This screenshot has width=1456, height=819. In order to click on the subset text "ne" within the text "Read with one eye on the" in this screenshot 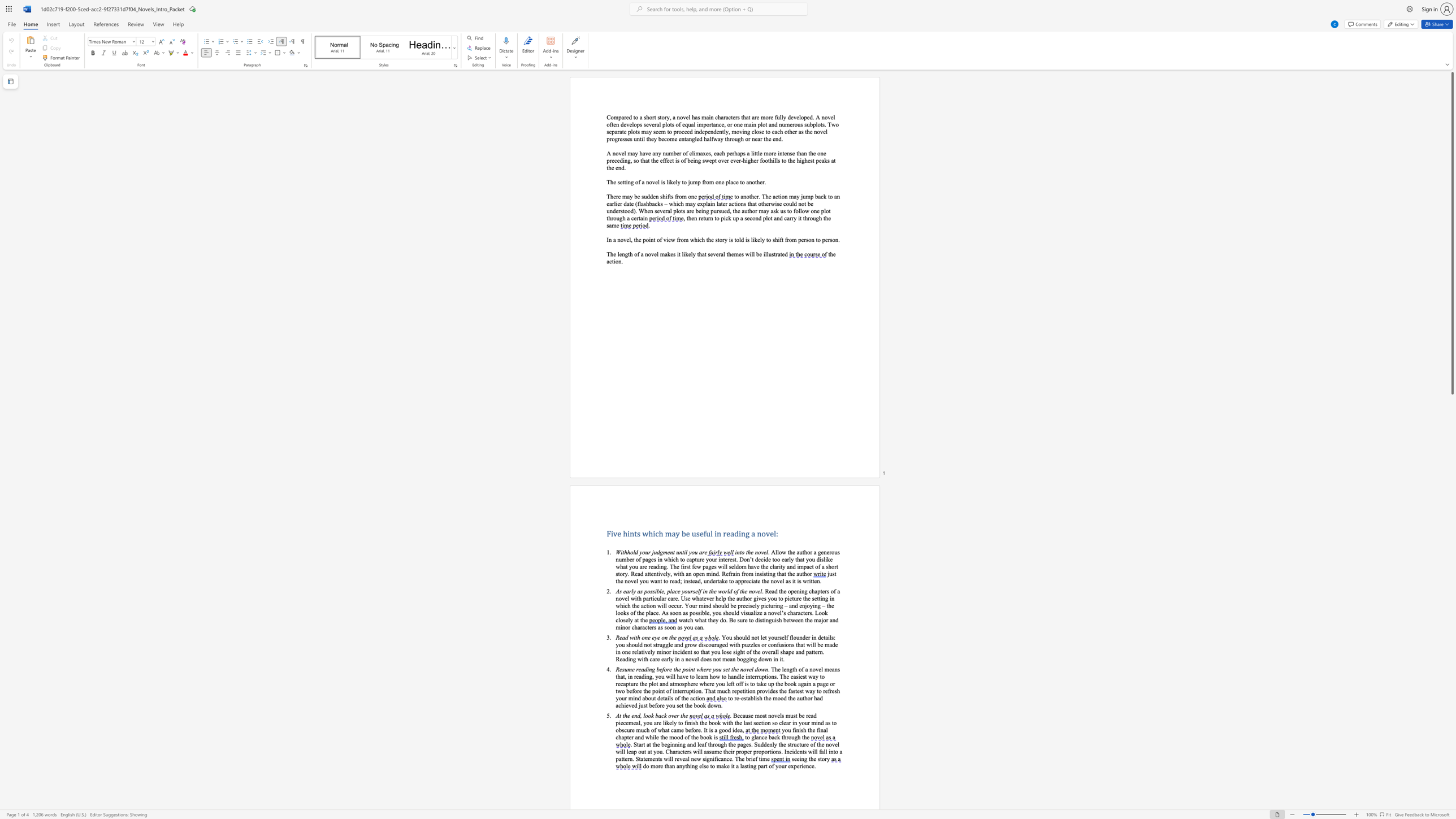, I will do `click(644, 638)`.